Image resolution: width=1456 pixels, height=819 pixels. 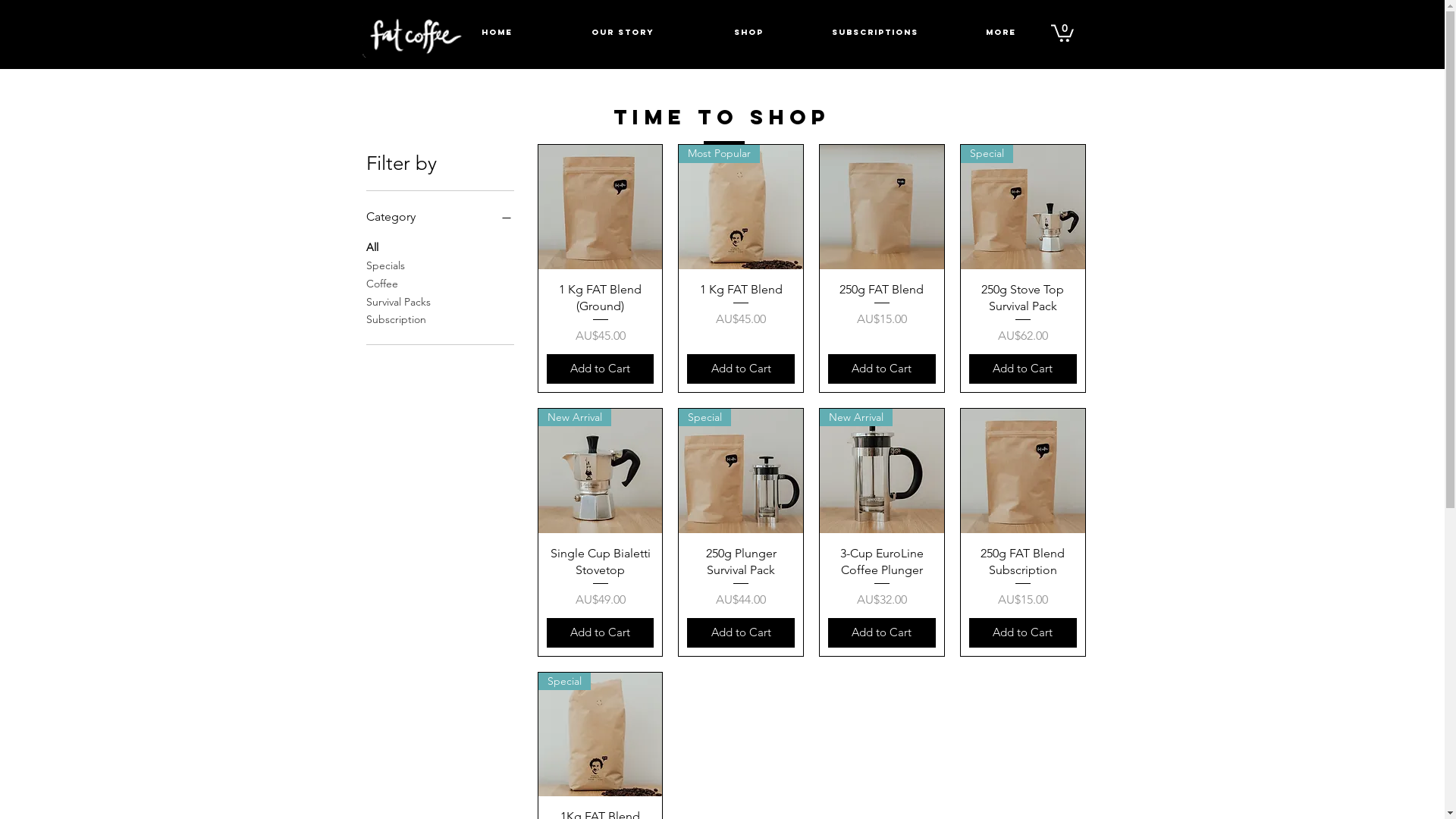 What do you see at coordinates (1022, 577) in the screenshot?
I see `'250g FAT Blend Subscription` at bounding box center [1022, 577].